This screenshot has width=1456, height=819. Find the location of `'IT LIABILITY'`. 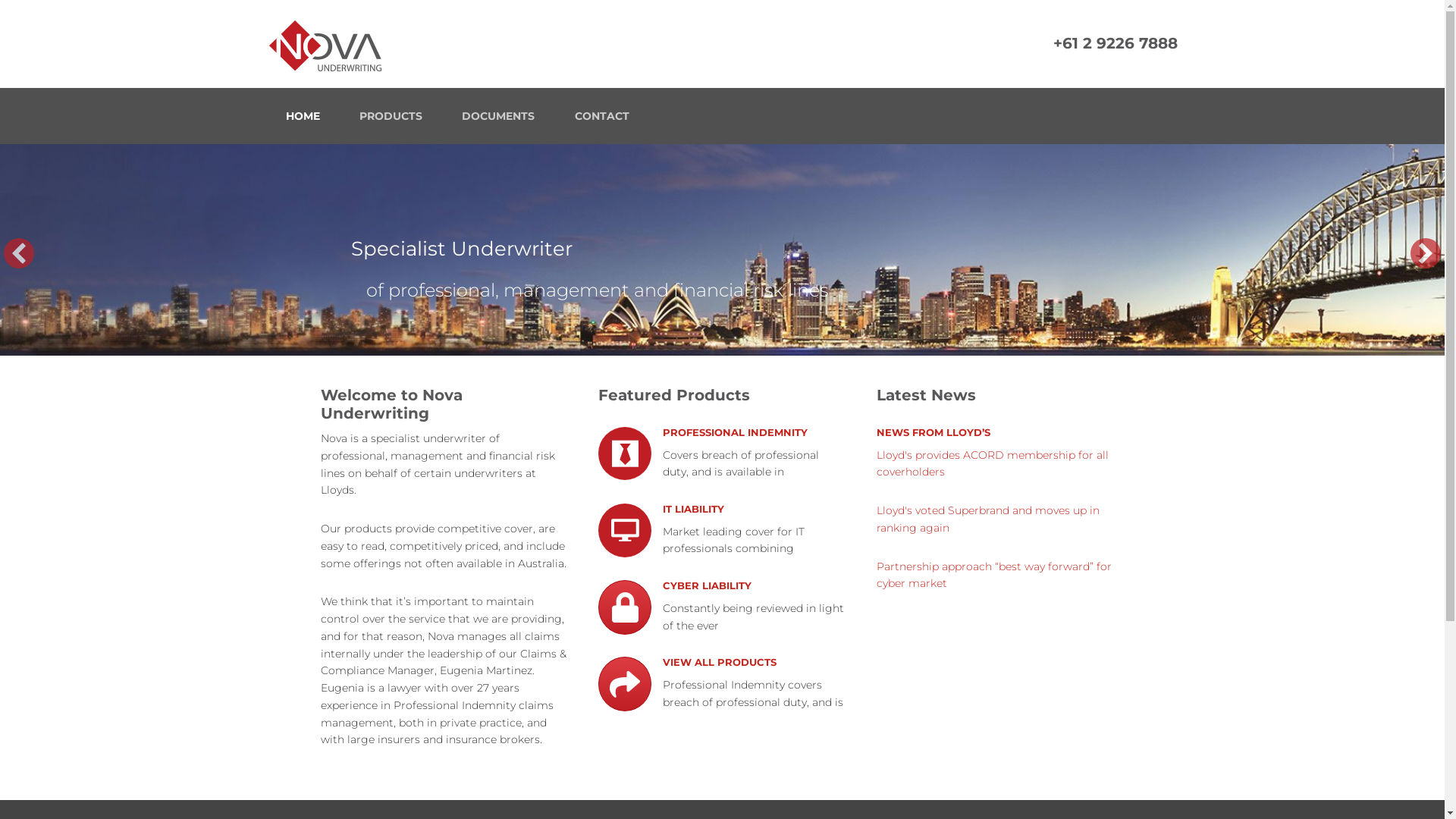

'IT LIABILITY' is located at coordinates (692, 513).